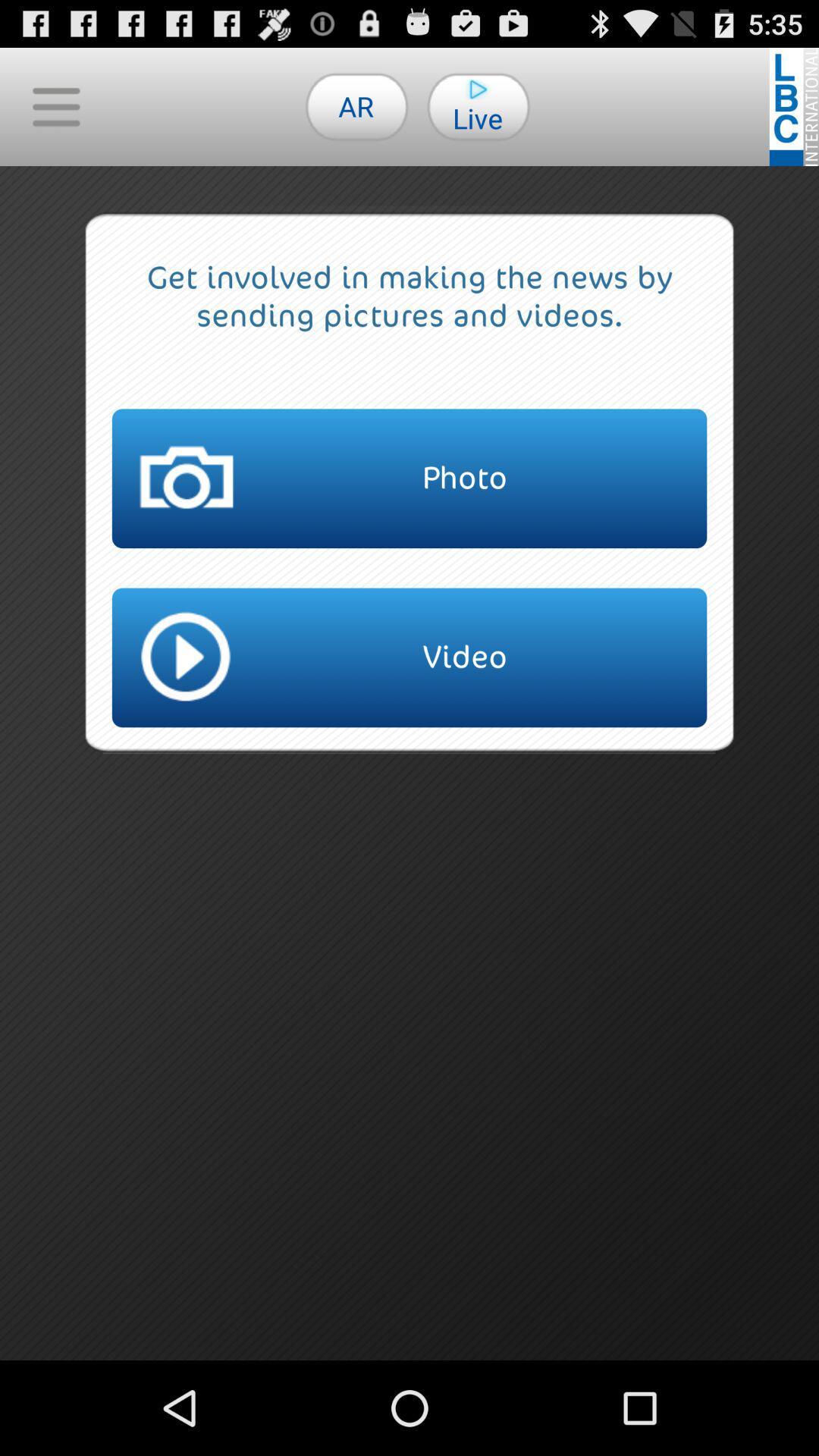  Describe the element at coordinates (356, 105) in the screenshot. I see `icon next to live item` at that location.